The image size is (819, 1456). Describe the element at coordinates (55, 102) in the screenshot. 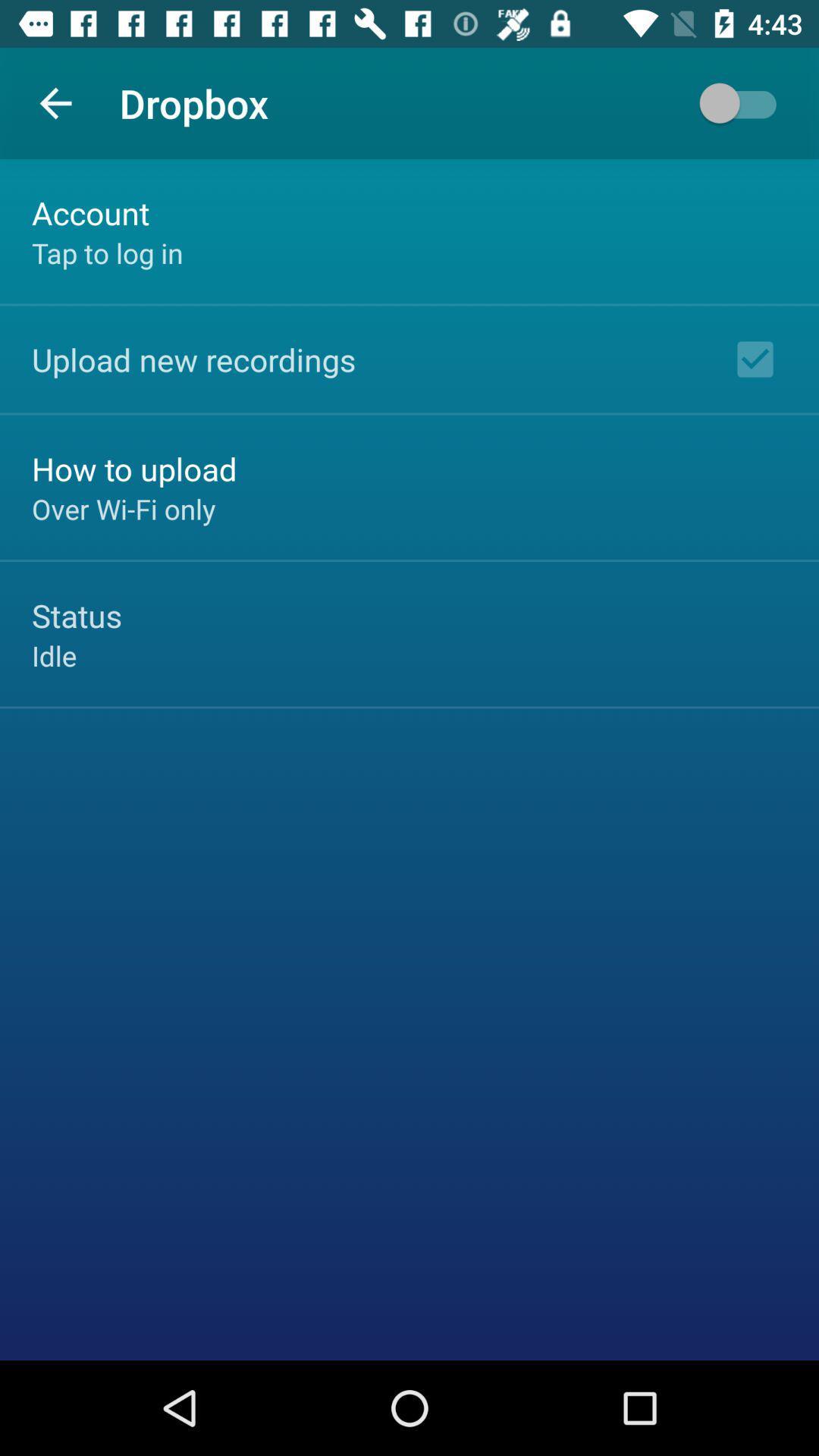

I see `the icon above account` at that location.